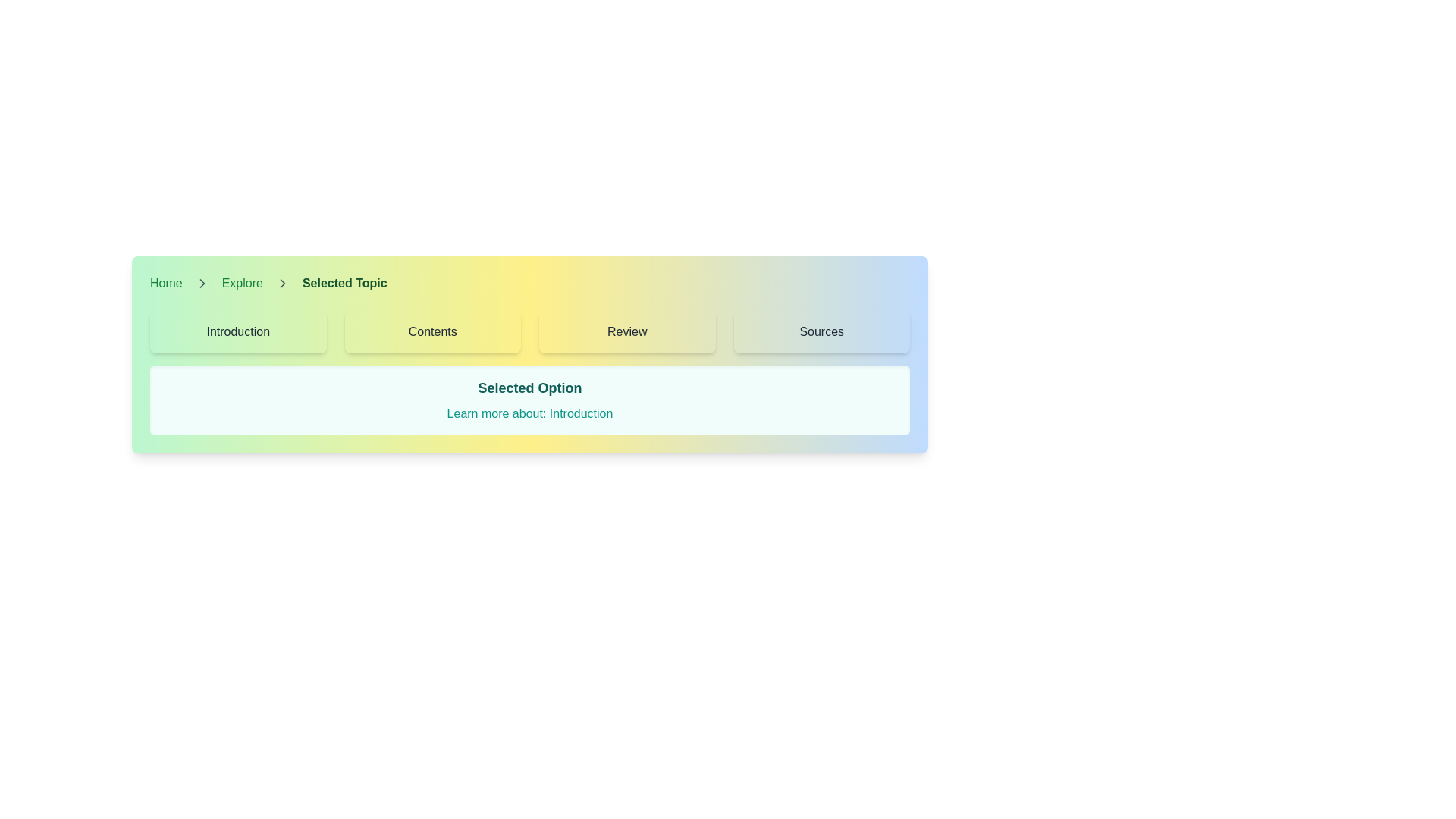 Image resolution: width=1456 pixels, height=819 pixels. What do you see at coordinates (282, 284) in the screenshot?
I see `the right-facing chevron arrow icon located in the navigation breadcrumb bar, positioned between the 'Explore' and 'Selected Topic' text elements` at bounding box center [282, 284].